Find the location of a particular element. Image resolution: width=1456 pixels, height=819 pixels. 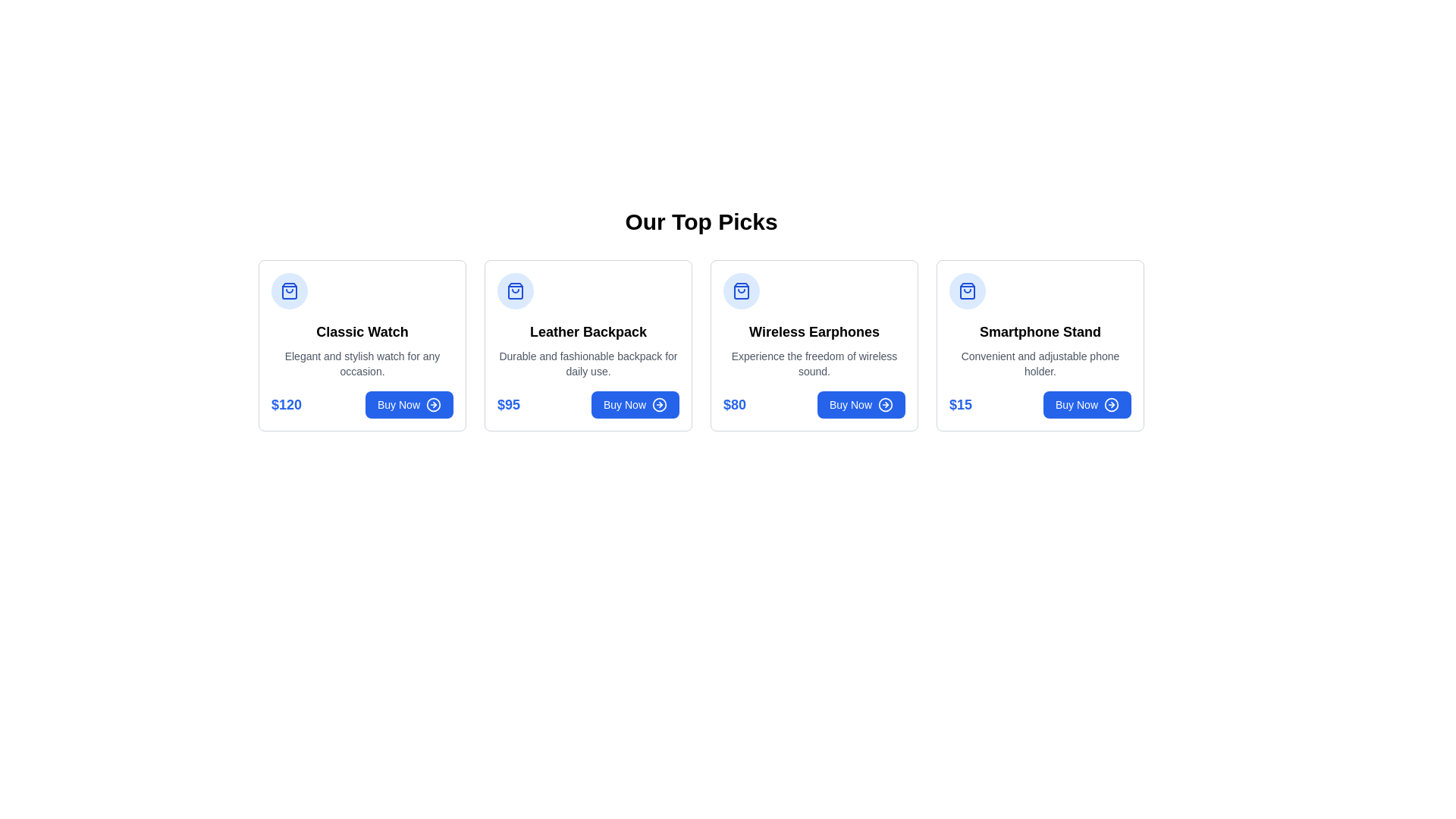

the icon representing the 'Leather Backpack' product category, located at the top-center of the second card in a list of four cards is located at coordinates (516, 291).